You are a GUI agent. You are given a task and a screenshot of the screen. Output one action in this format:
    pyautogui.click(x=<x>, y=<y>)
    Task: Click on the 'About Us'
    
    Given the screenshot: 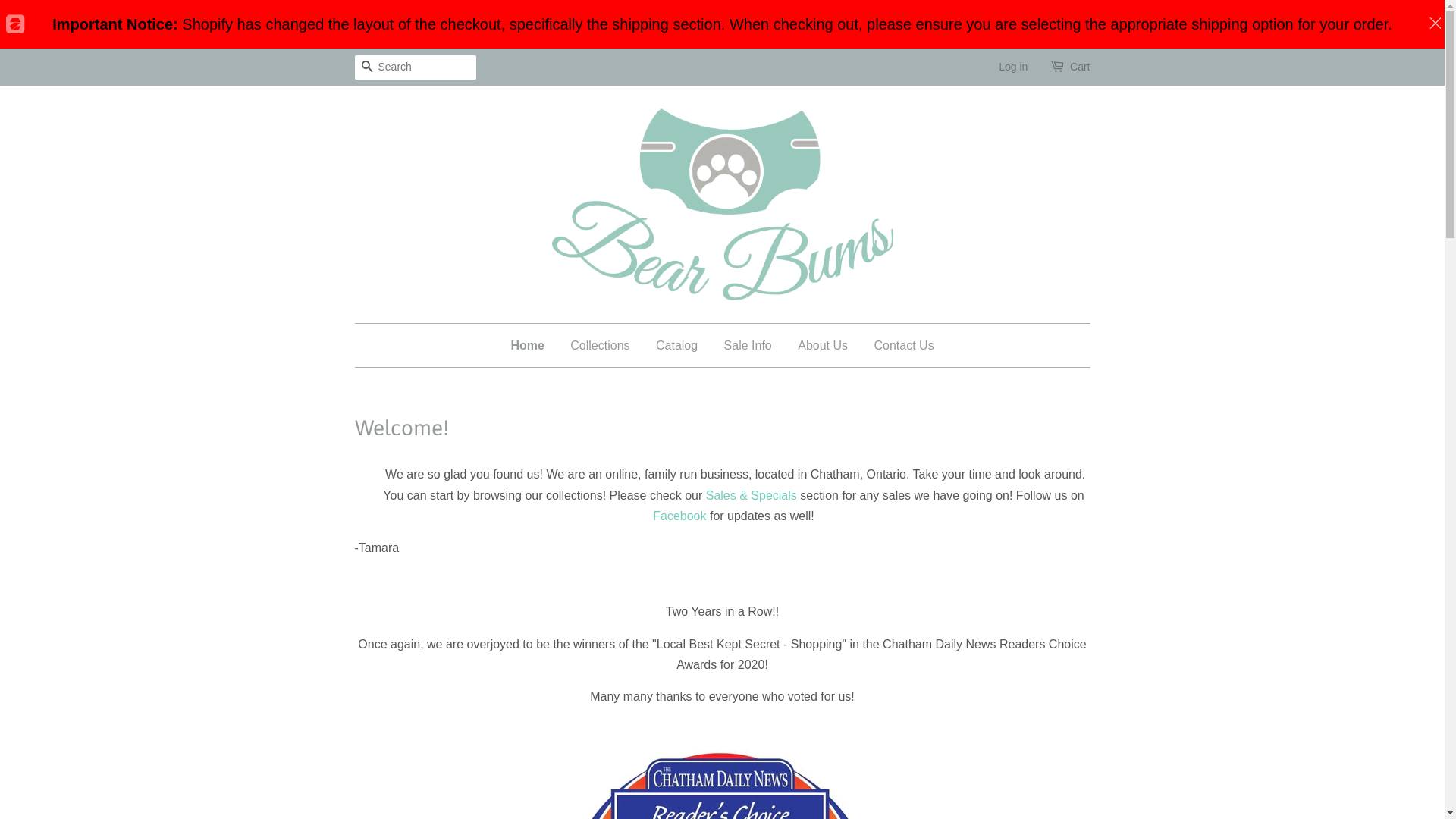 What is the action you would take?
    pyautogui.click(x=821, y=345)
    